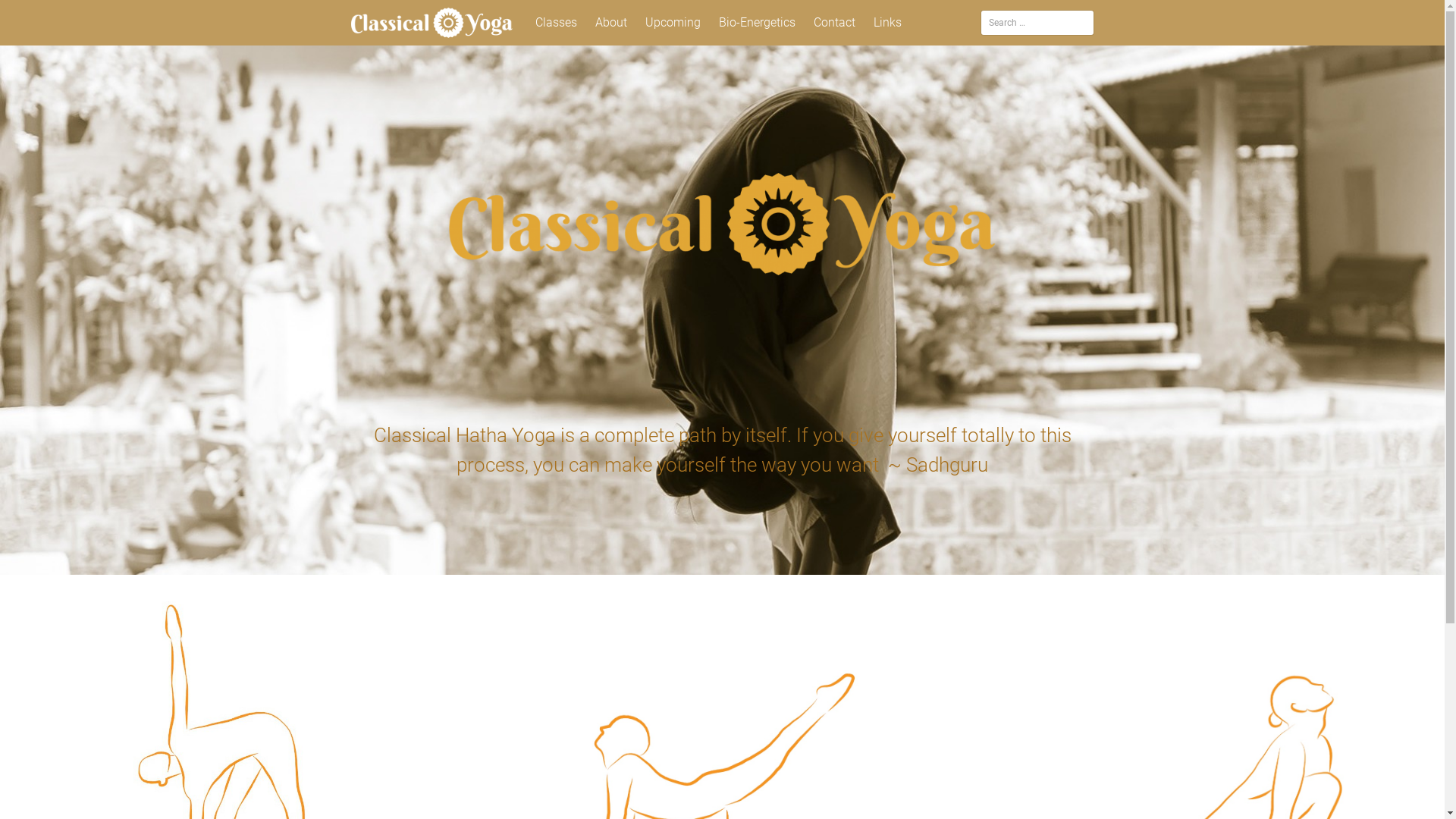 This screenshot has height=819, width=1456. Describe the element at coordinates (833, 23) in the screenshot. I see `'Contact'` at that location.